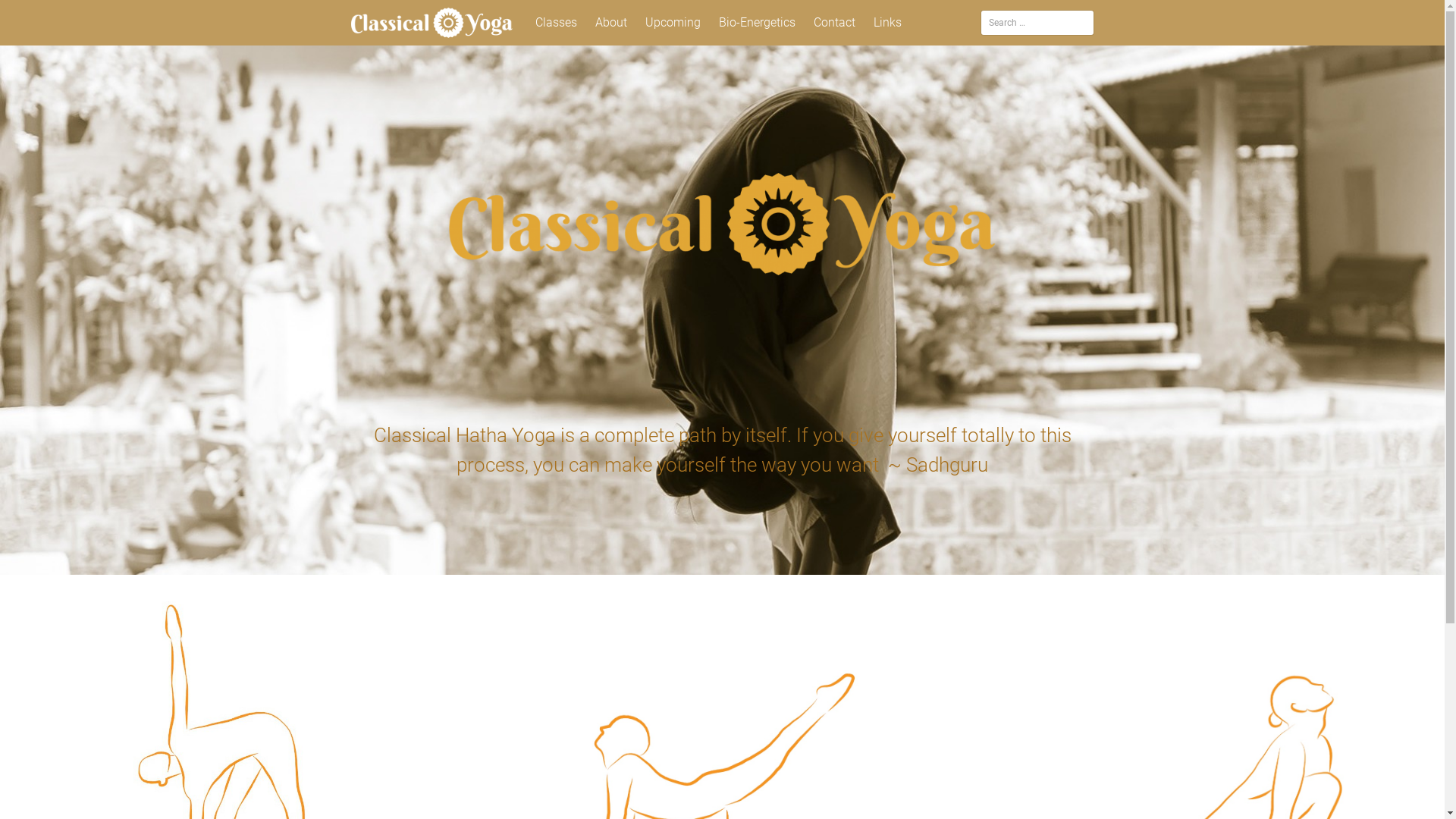 This screenshot has height=819, width=1456. Describe the element at coordinates (833, 23) in the screenshot. I see `'Contact'` at that location.